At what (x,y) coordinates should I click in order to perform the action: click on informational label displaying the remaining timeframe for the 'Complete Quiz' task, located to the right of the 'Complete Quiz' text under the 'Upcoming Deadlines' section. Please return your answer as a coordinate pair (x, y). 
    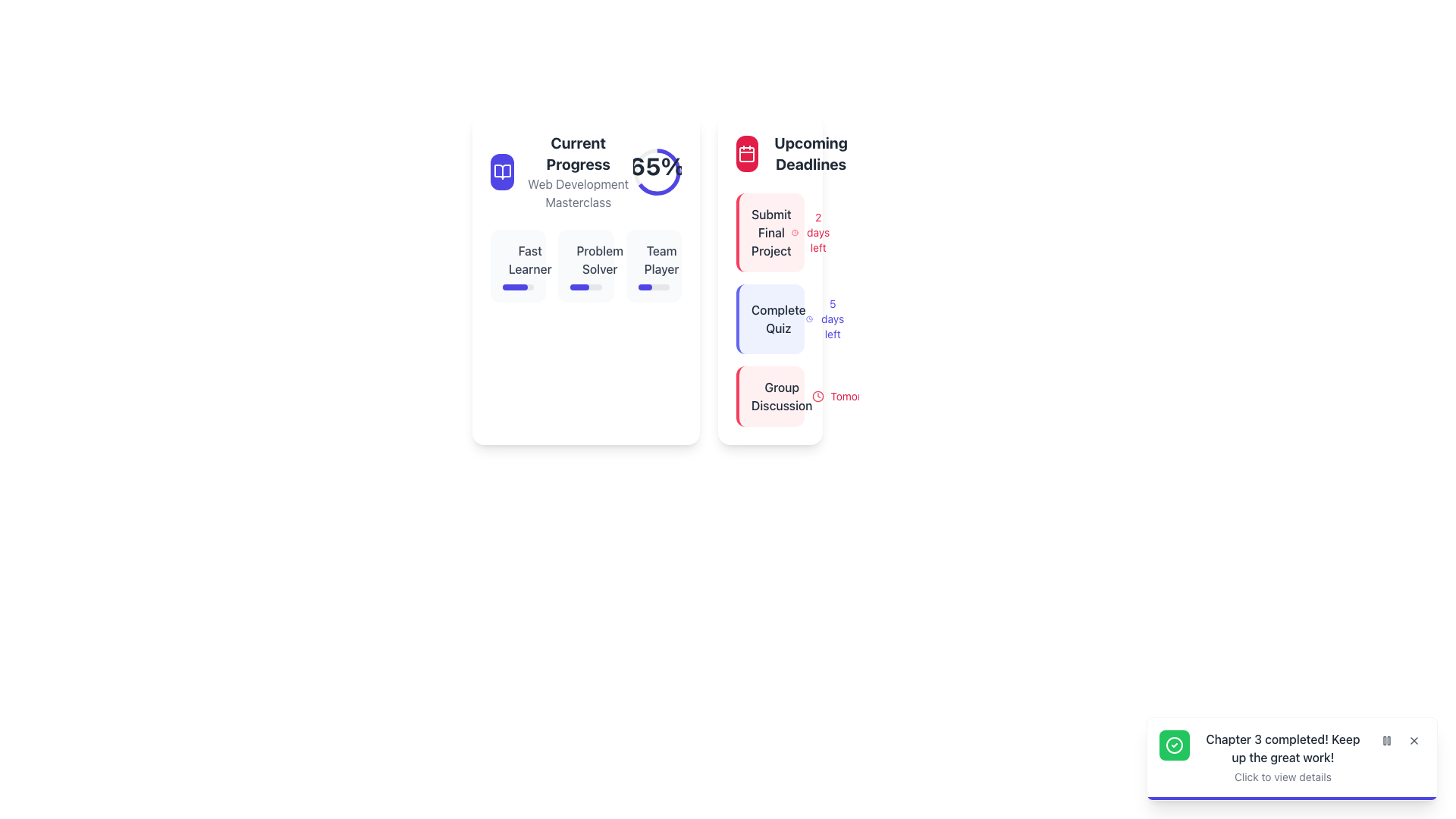
    Looking at the image, I should click on (825, 318).